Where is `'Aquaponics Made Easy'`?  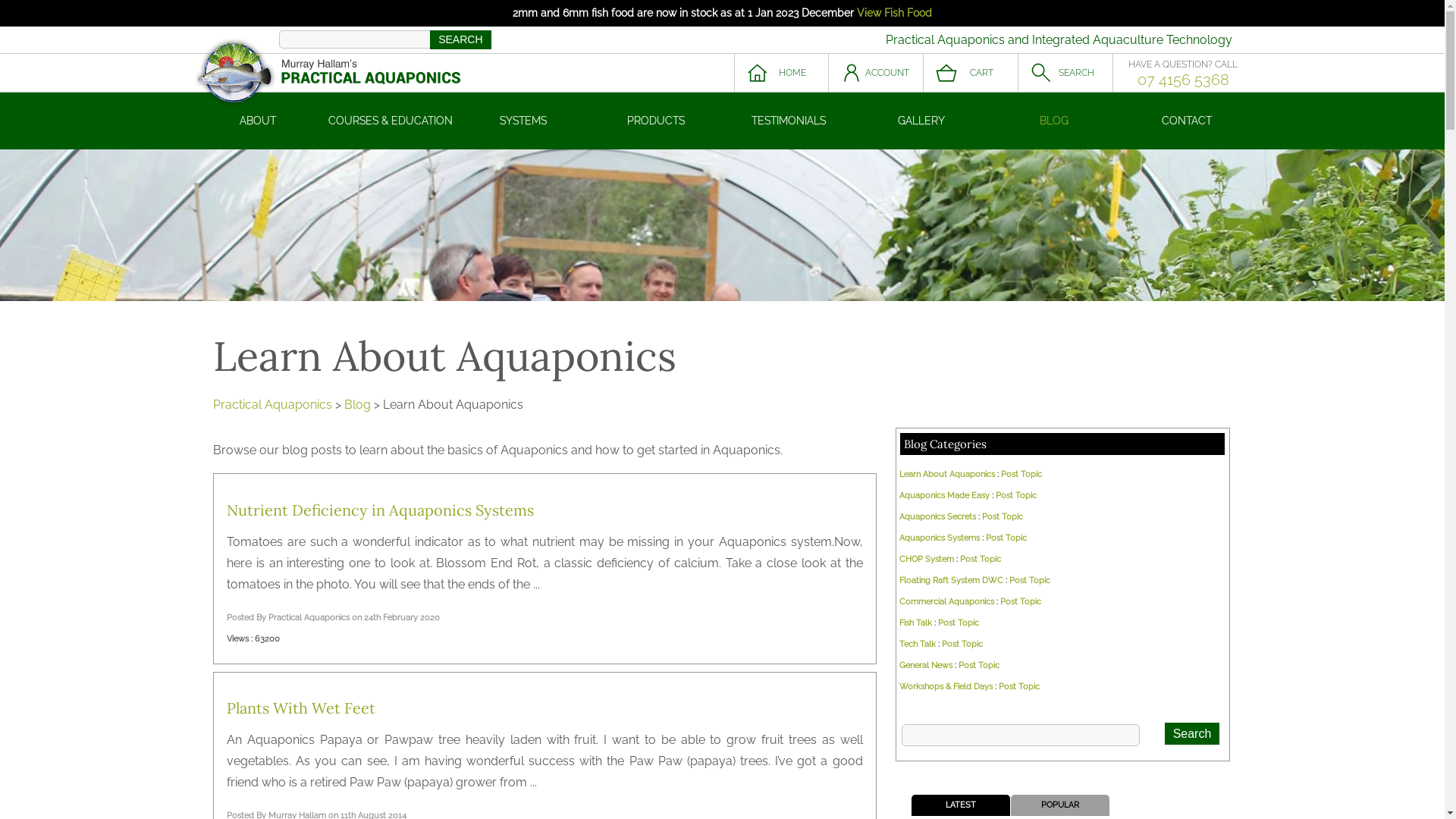 'Aquaponics Made Easy' is located at coordinates (943, 495).